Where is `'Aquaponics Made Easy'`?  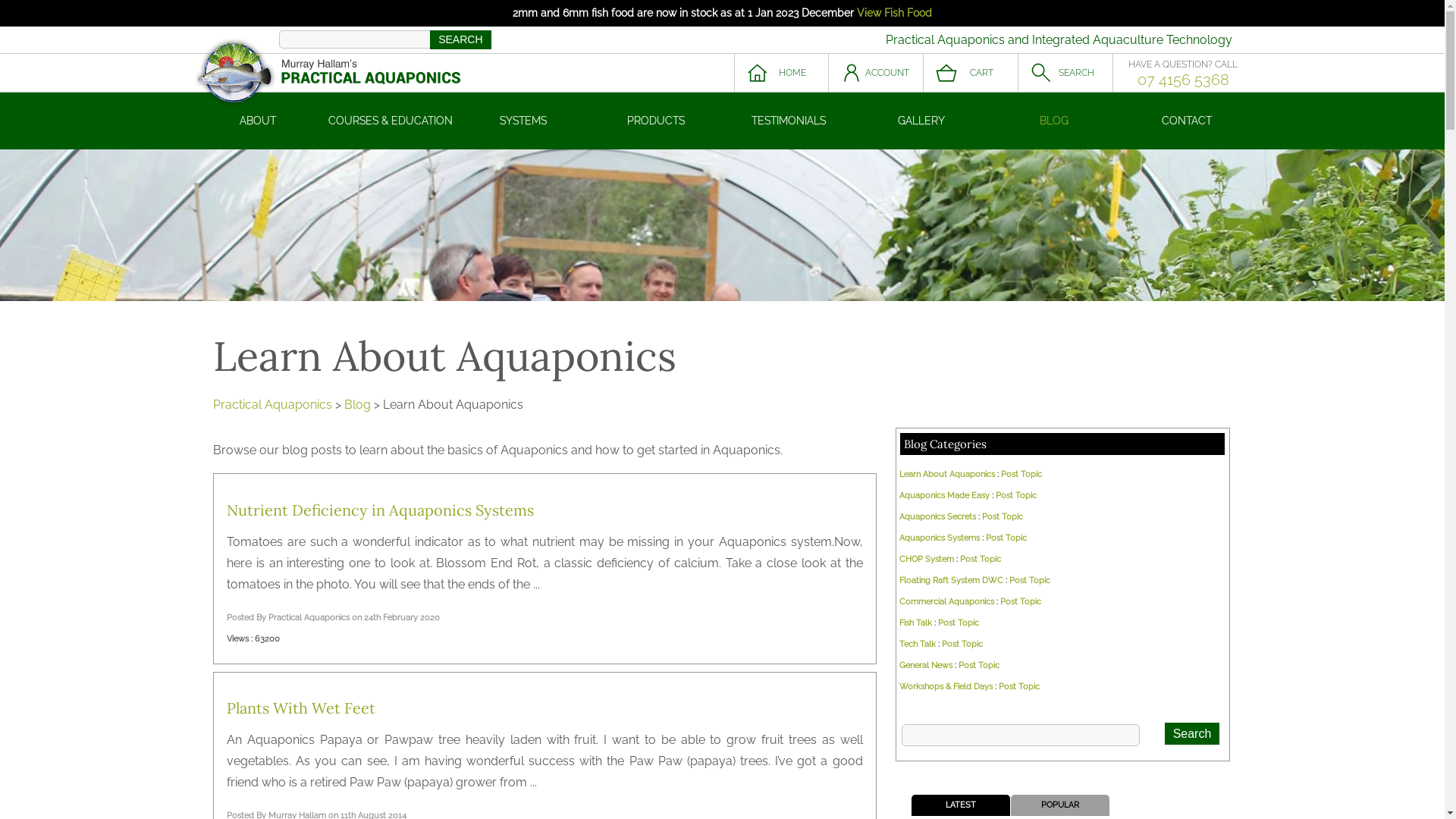 'Aquaponics Made Easy' is located at coordinates (943, 495).